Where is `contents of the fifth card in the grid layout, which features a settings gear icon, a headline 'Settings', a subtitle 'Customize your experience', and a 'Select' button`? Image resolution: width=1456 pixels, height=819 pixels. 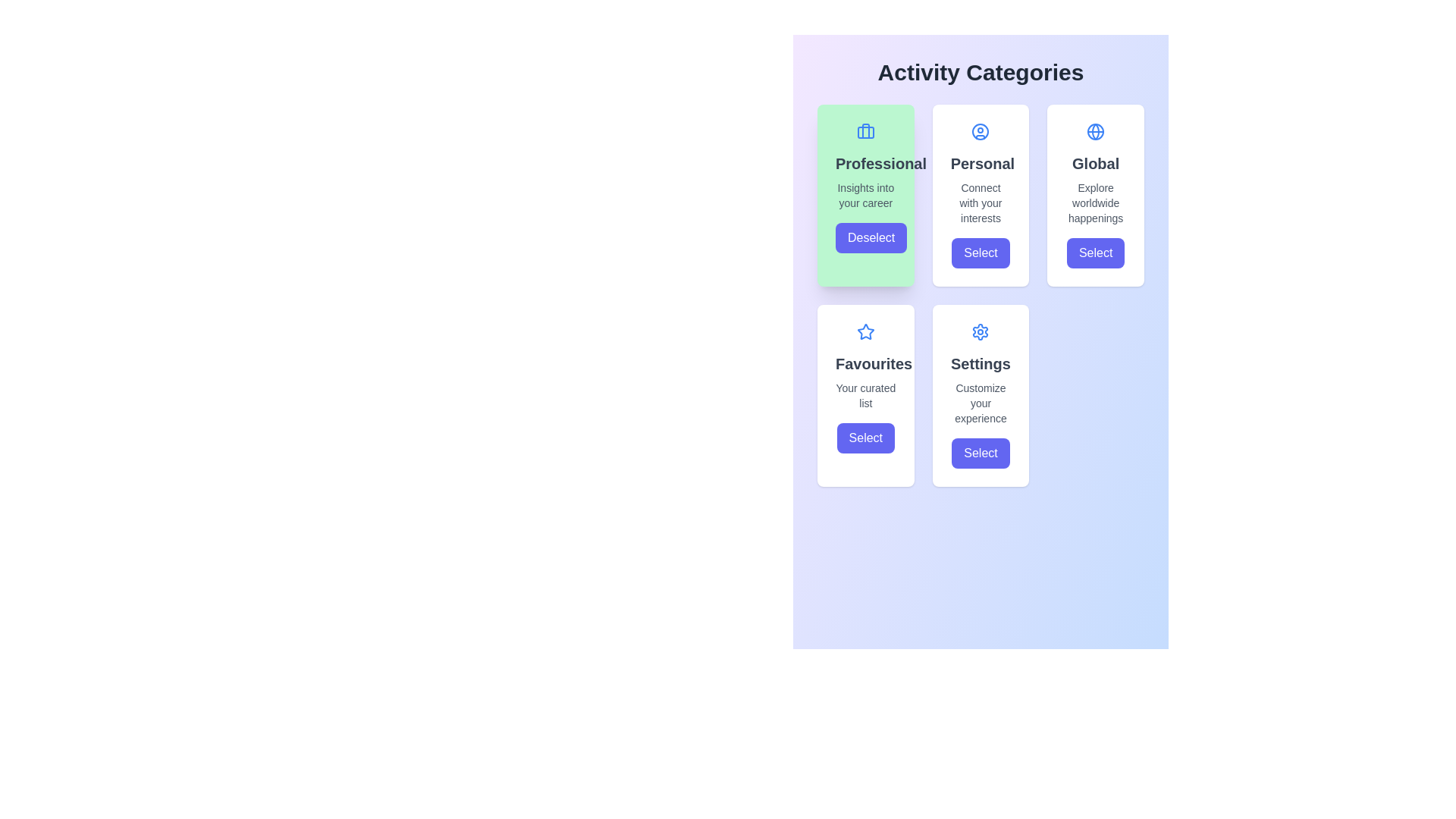
contents of the fifth card in the grid layout, which features a settings gear icon, a headline 'Settings', a subtitle 'Customize your experience', and a 'Select' button is located at coordinates (981, 394).